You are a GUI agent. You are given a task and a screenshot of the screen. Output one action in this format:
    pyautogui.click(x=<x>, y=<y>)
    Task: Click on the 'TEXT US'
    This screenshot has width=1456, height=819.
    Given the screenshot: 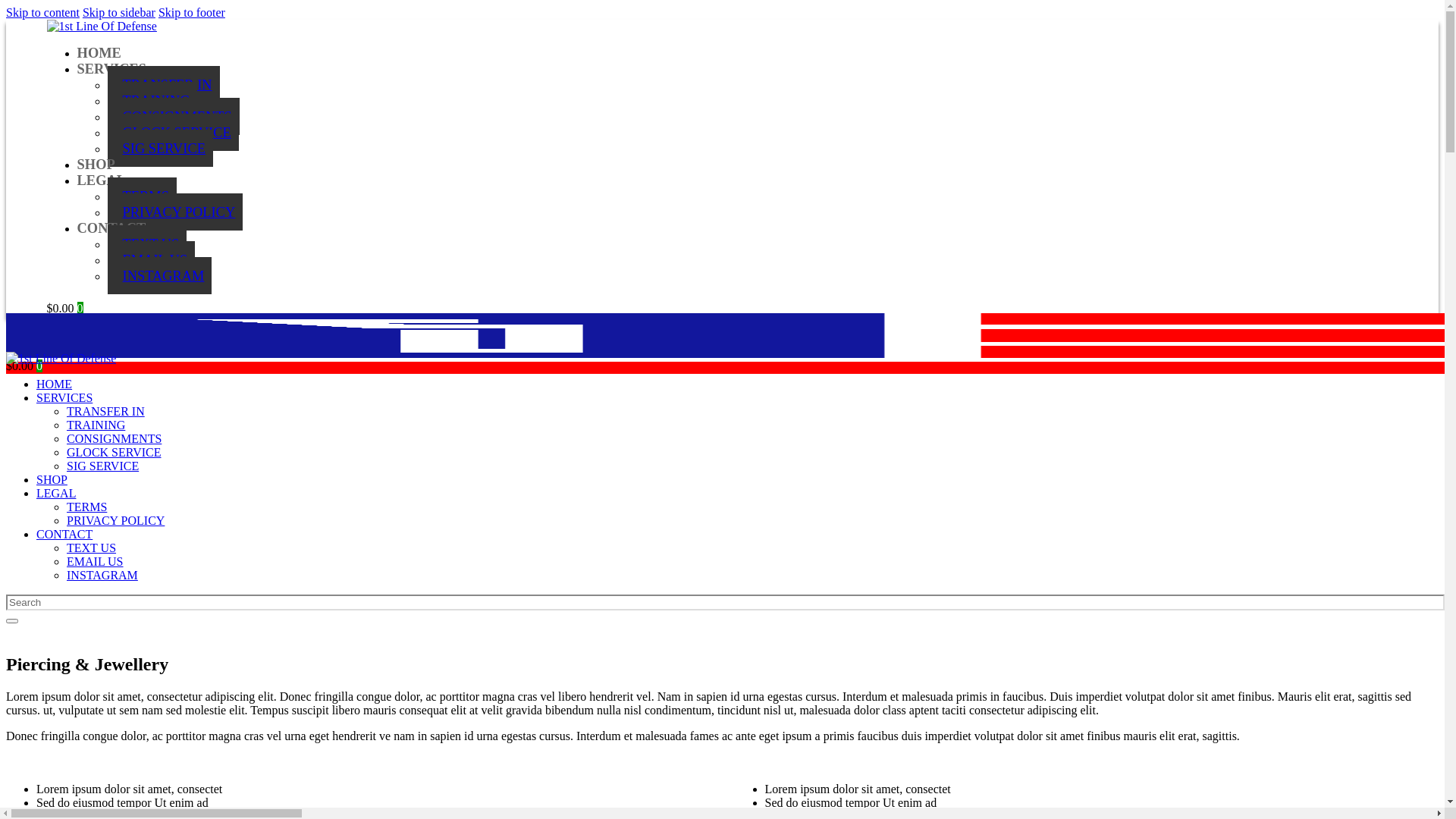 What is the action you would take?
    pyautogui.click(x=90, y=548)
    